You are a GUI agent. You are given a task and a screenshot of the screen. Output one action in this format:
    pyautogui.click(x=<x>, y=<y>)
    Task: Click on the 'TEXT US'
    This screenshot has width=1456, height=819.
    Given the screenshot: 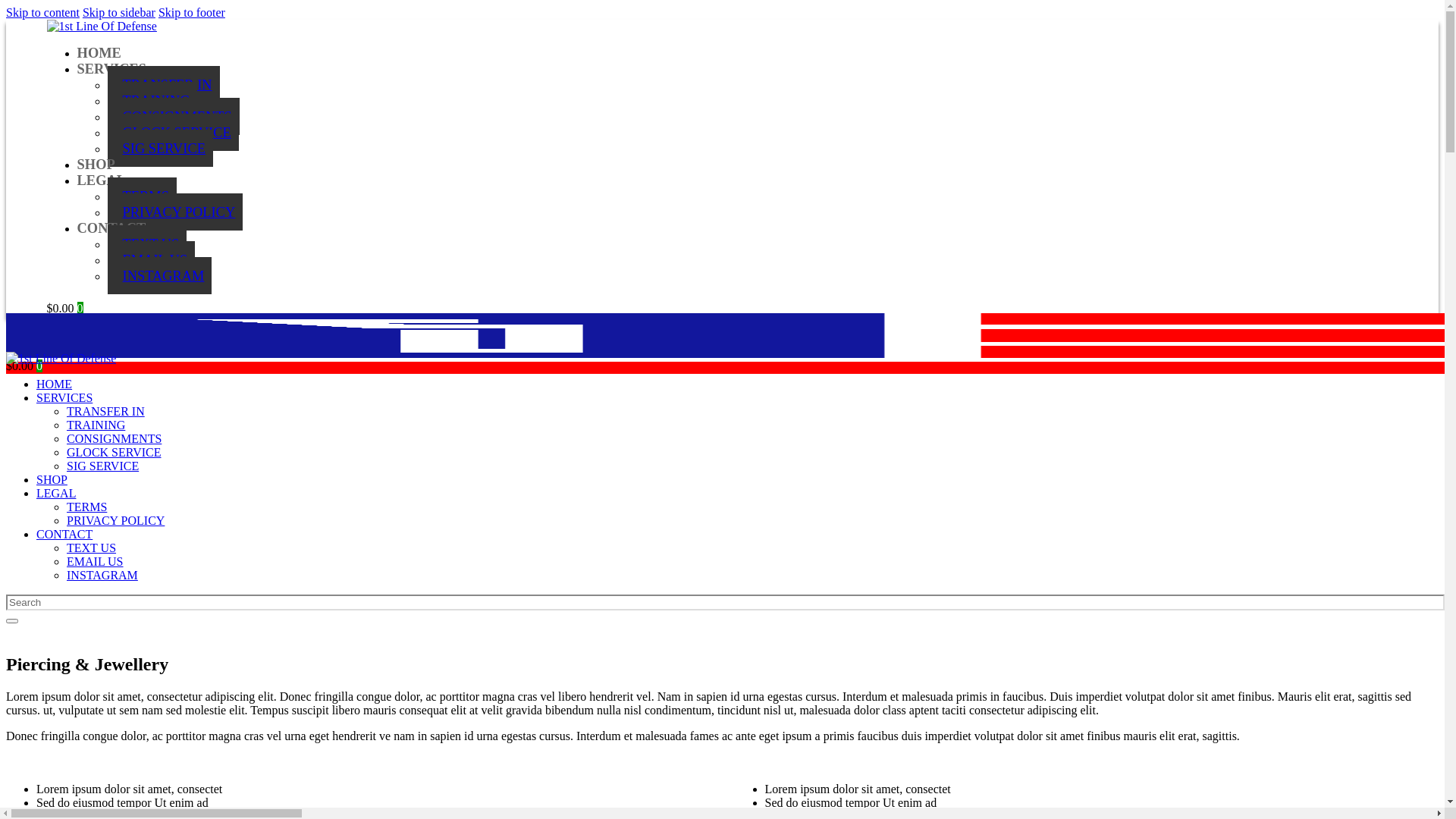 What is the action you would take?
    pyautogui.click(x=90, y=548)
    